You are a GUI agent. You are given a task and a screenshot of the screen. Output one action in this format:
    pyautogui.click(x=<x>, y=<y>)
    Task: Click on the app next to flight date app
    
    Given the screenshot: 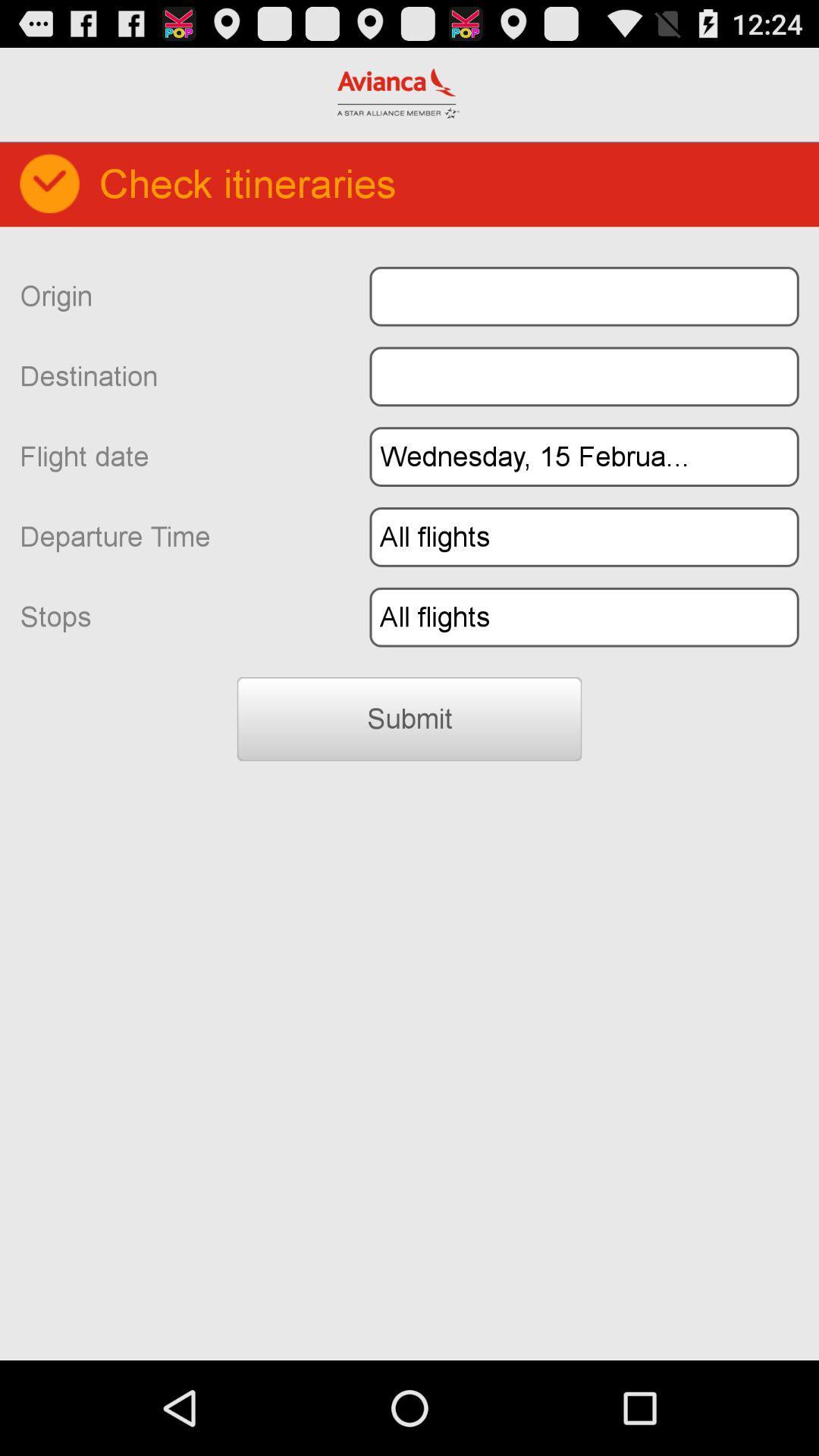 What is the action you would take?
    pyautogui.click(x=583, y=456)
    